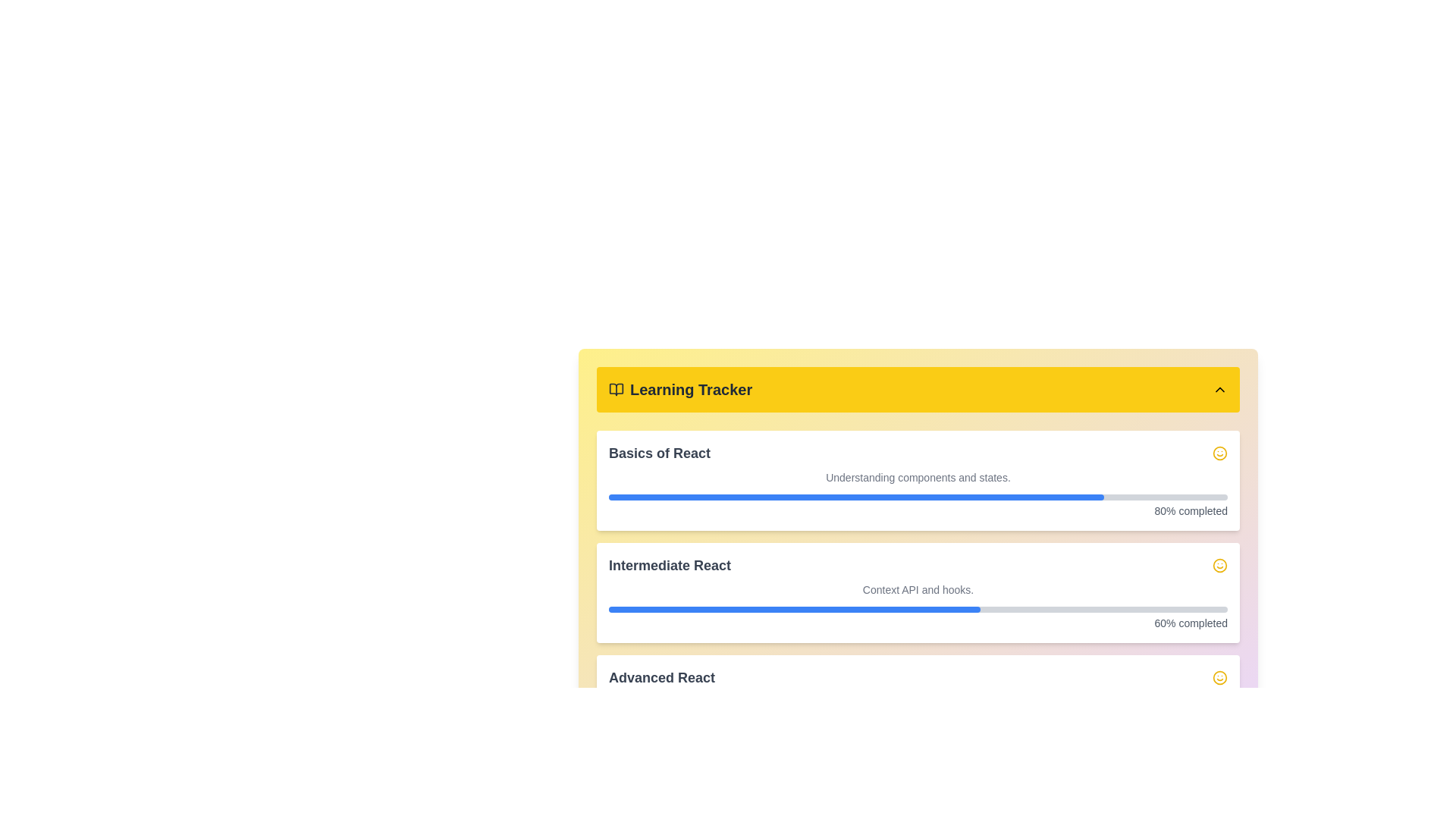 This screenshot has width=1456, height=819. What do you see at coordinates (1219, 388) in the screenshot?
I see `the chevron icon located at the top-right corner of the yellow header area containing the title 'Learning Tracker' for feedback` at bounding box center [1219, 388].